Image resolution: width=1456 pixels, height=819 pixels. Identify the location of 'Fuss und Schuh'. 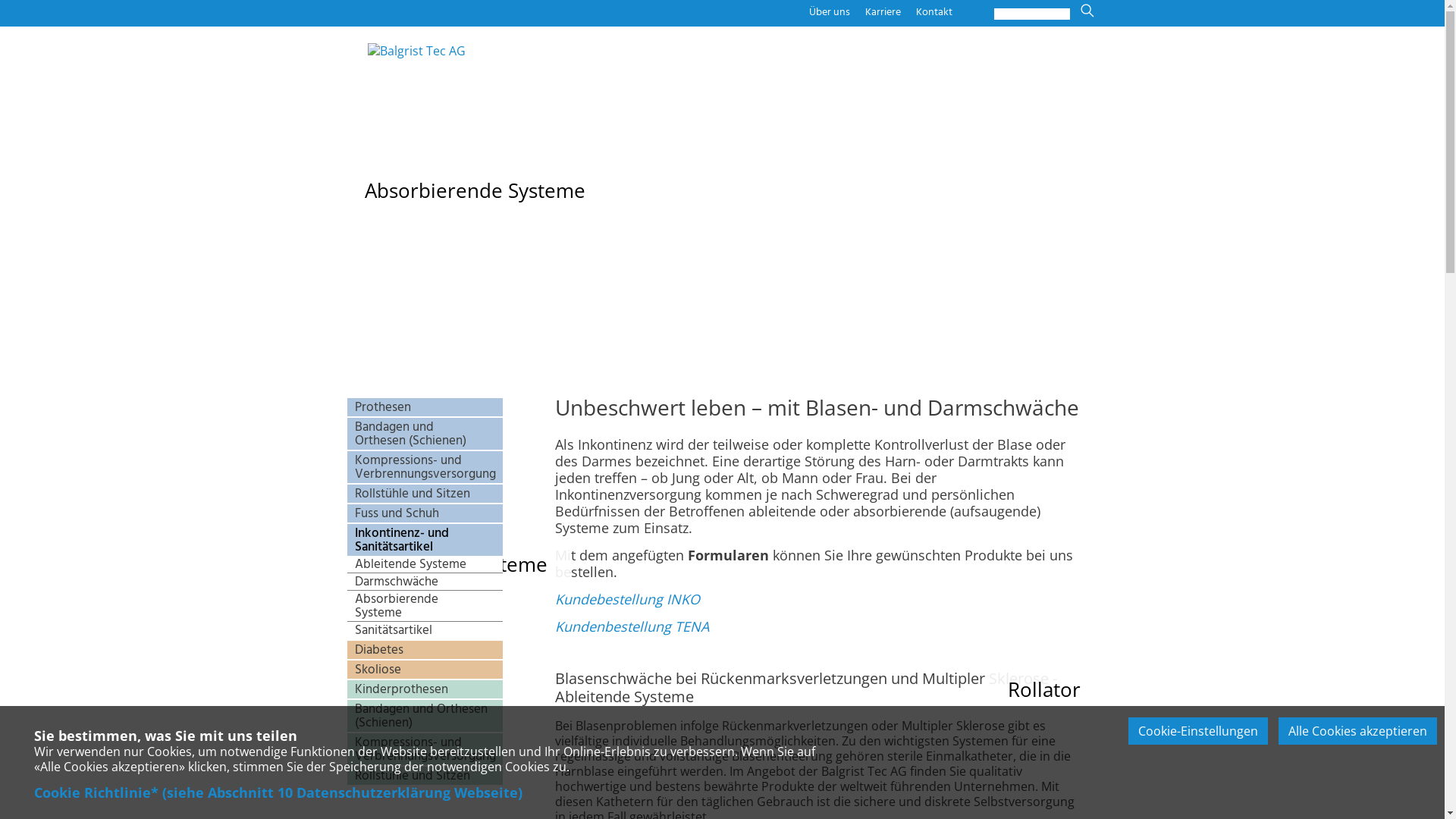
(425, 513).